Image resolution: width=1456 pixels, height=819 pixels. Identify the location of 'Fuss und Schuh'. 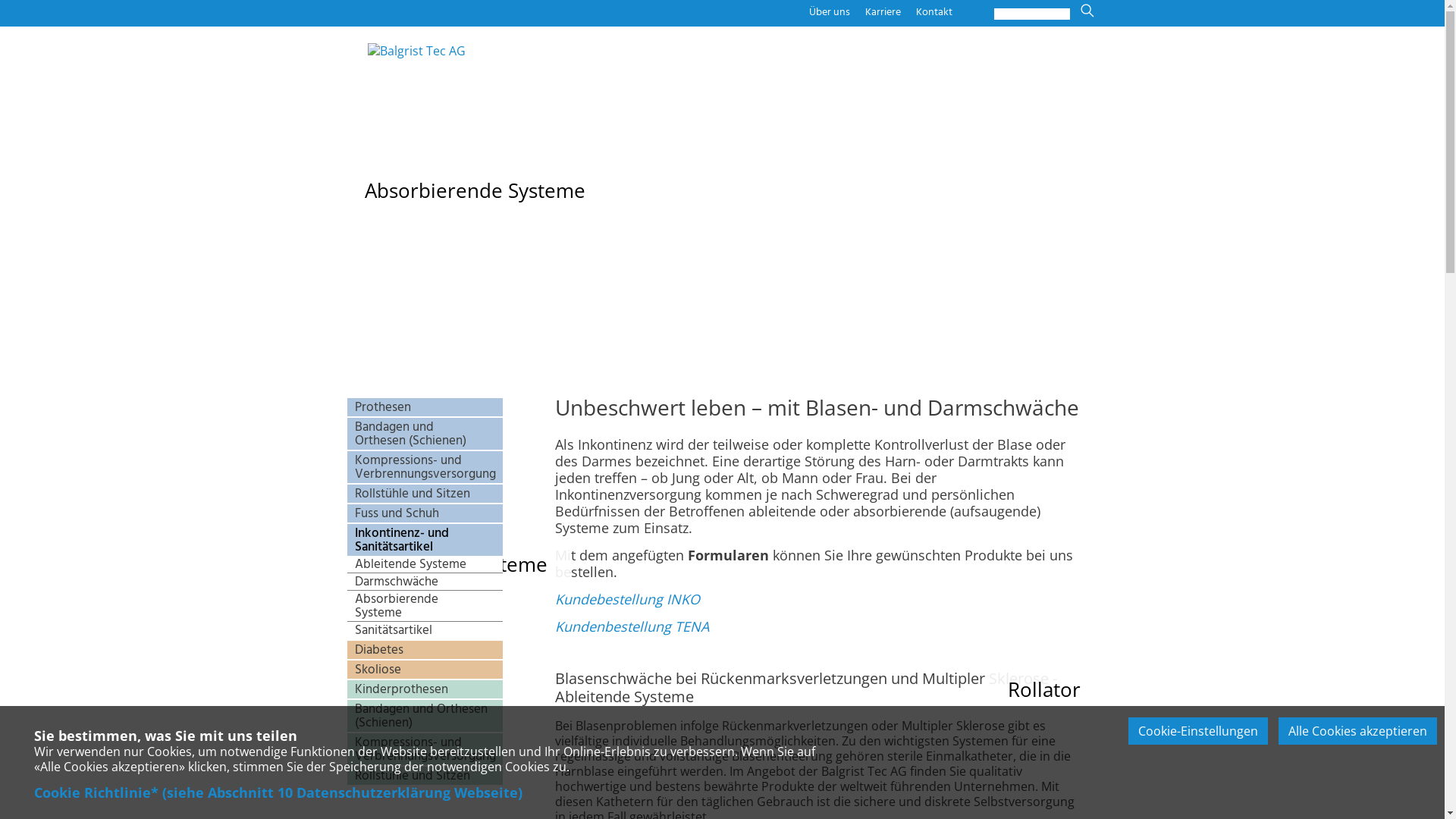
(425, 513).